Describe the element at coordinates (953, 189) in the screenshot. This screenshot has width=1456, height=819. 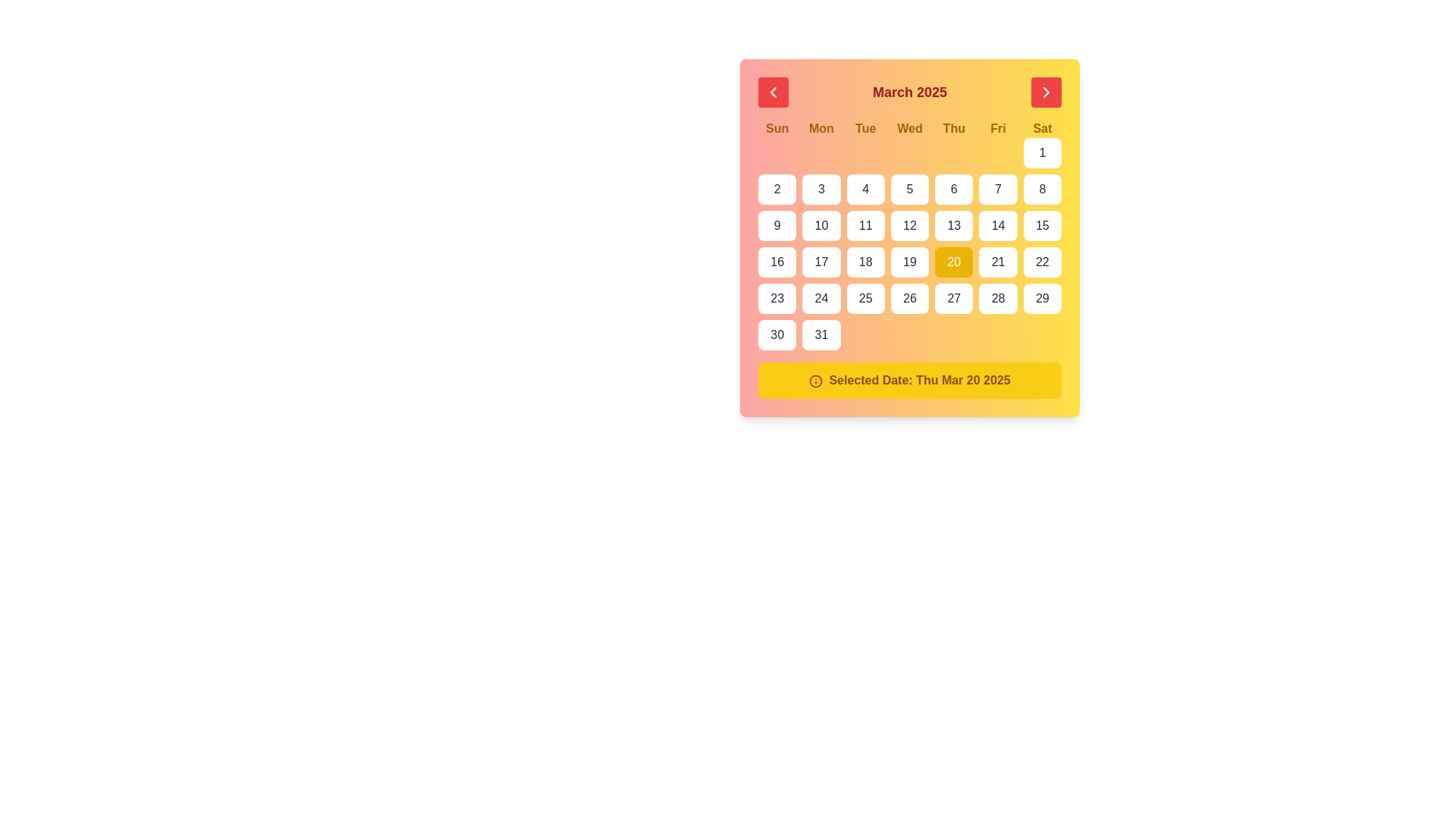
I see `the rectangular button displaying '6' in gray text, which is located in the third row and fifth column of the calendar grid for the month of March 2025` at that location.